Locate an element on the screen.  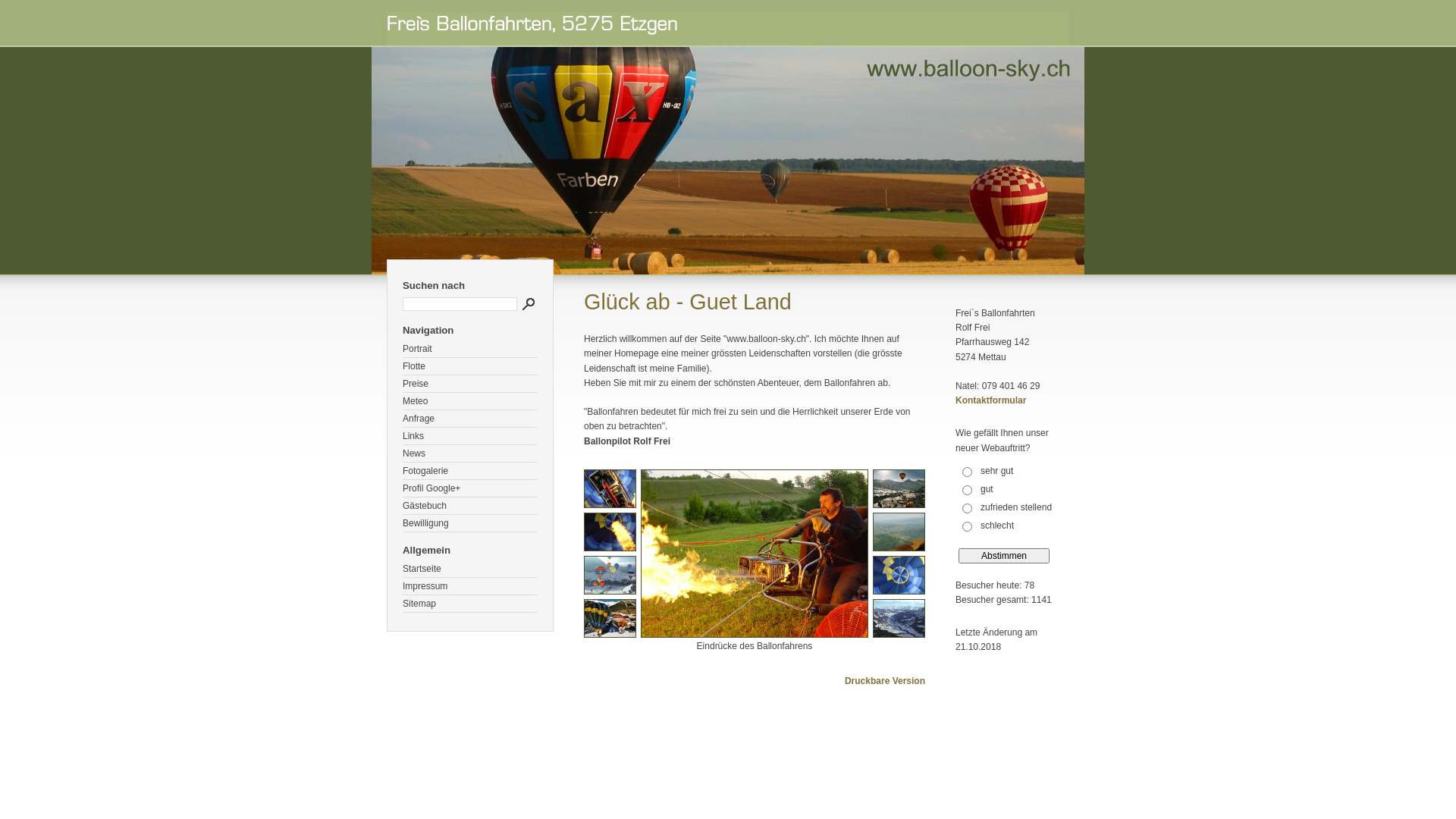
'Fotogalerie' is located at coordinates (403, 470).